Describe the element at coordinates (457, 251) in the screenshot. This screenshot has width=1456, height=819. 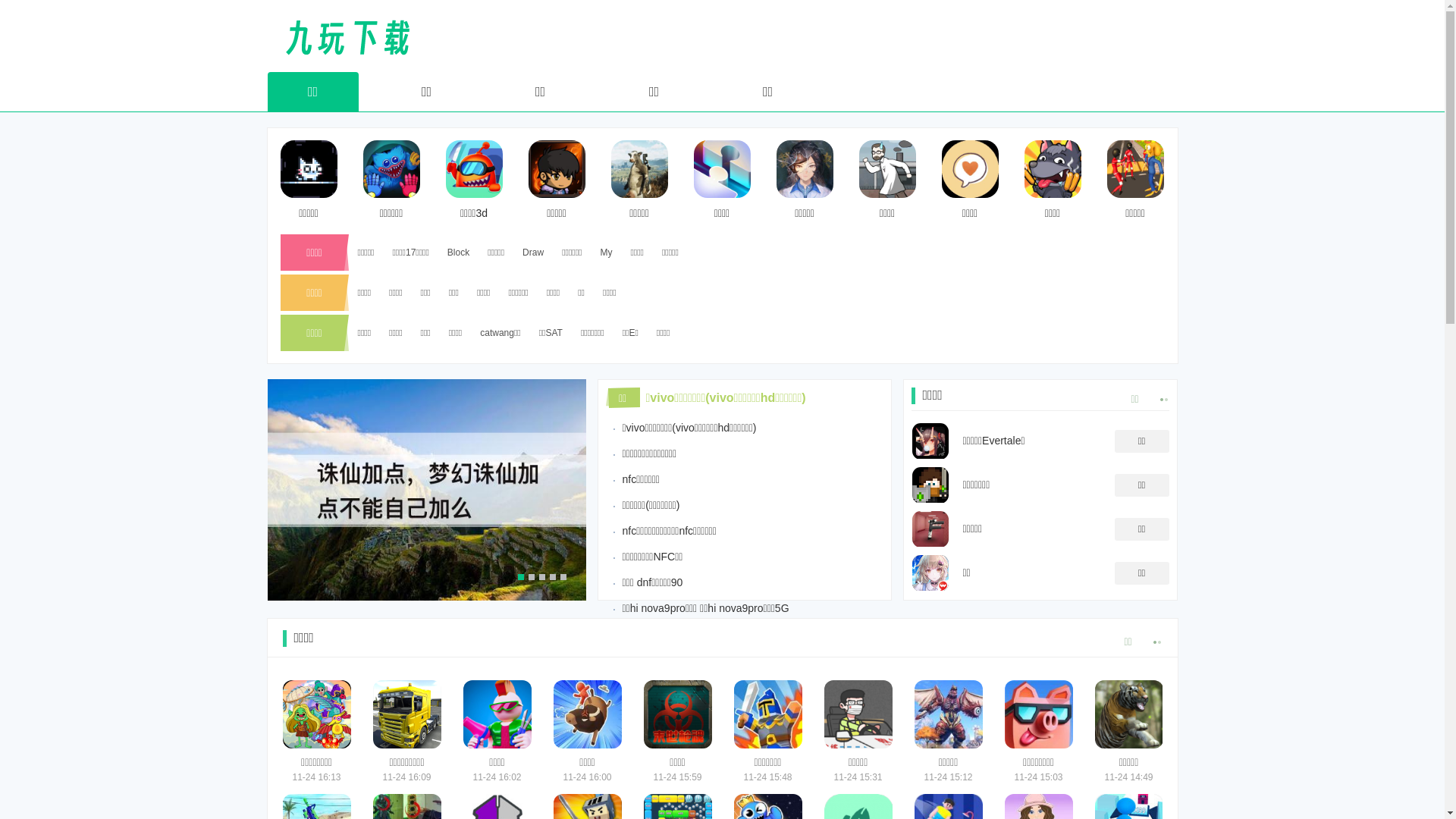
I see `'Block'` at that location.